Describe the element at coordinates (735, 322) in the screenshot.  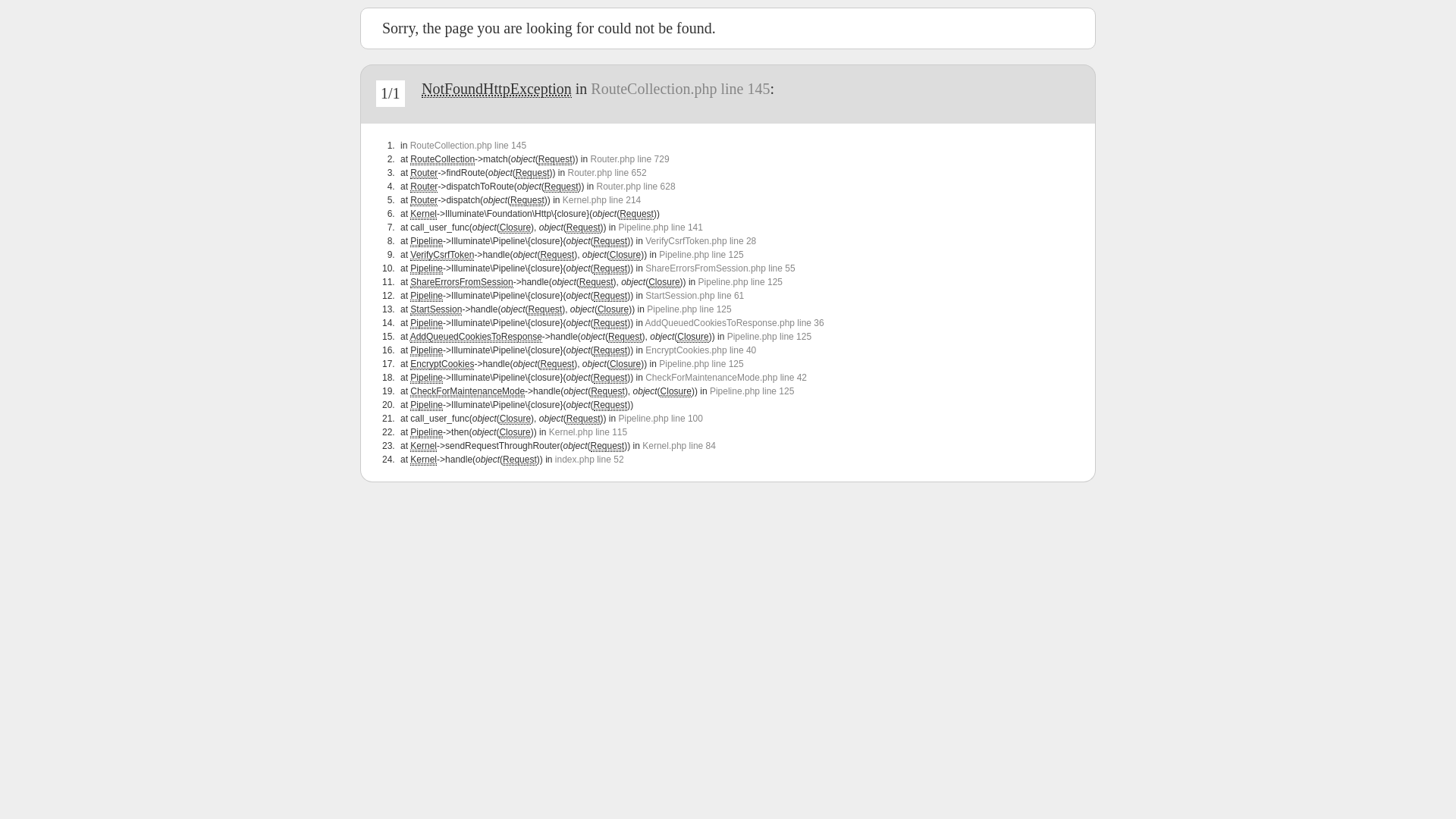
I see `'AddQueuedCookiesToResponse.php line 36'` at that location.